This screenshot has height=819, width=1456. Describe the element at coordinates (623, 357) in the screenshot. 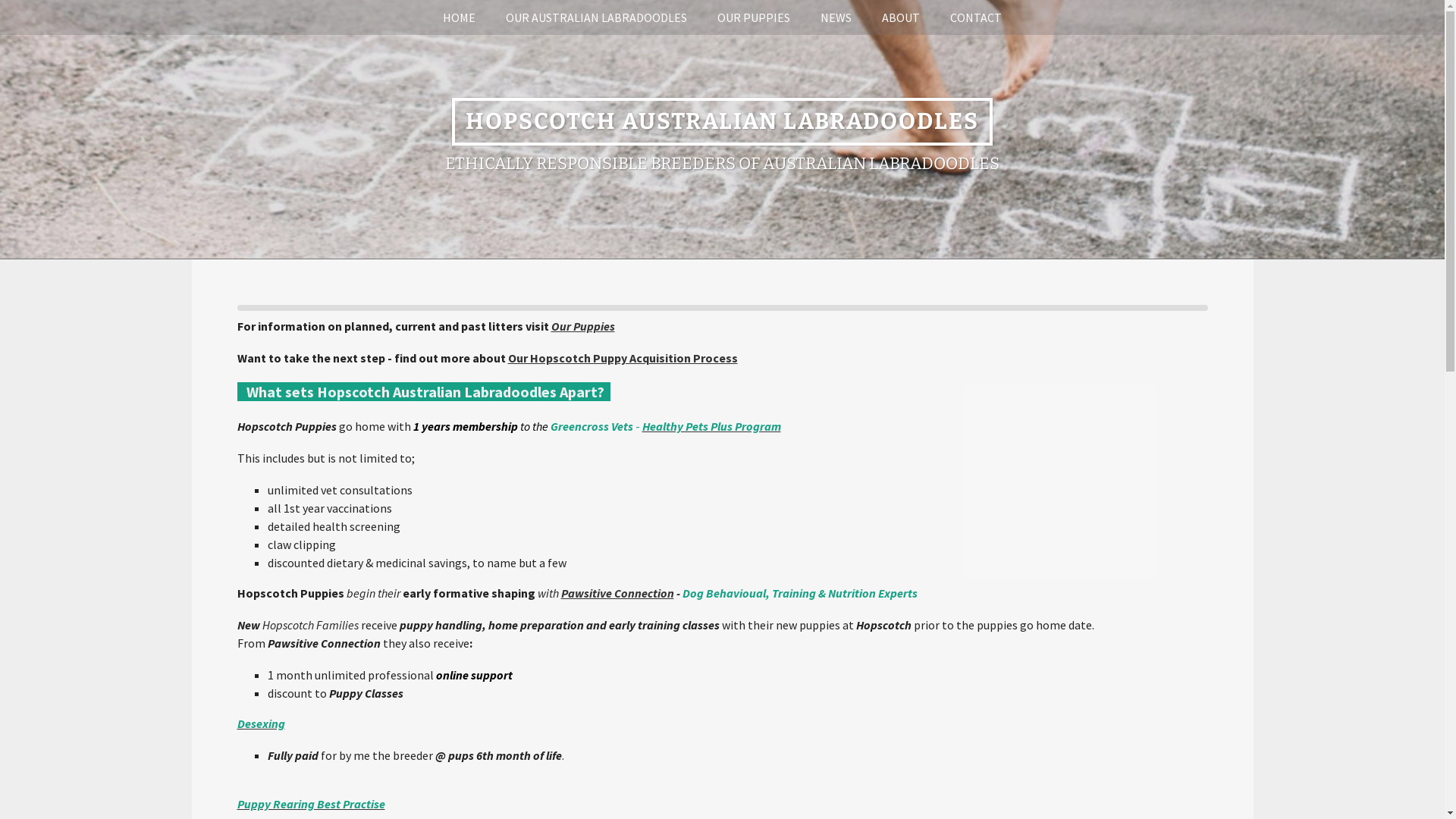

I see `'Our Hopscotch Puppy Acquisition Process'` at that location.